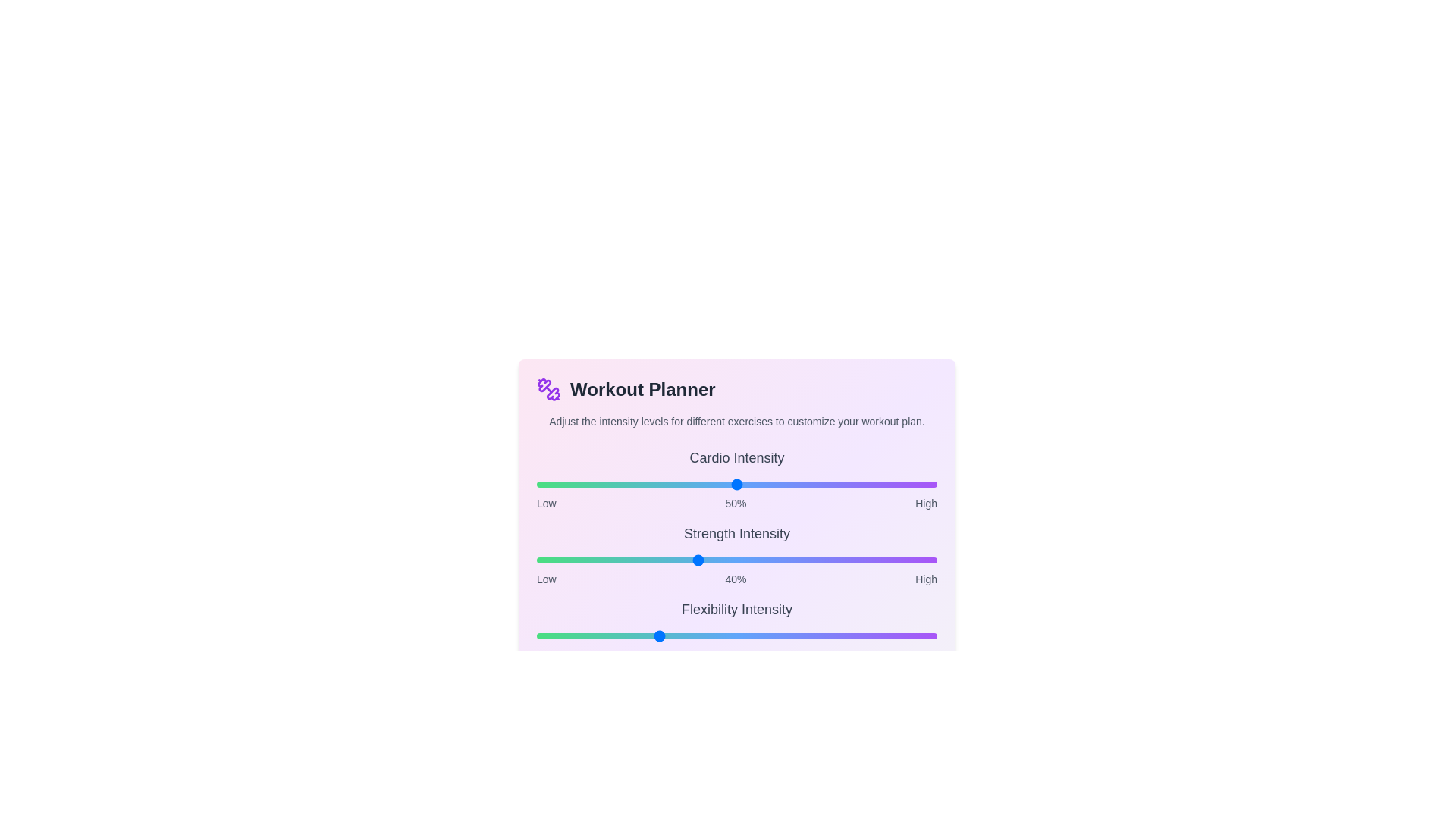 This screenshot has height=819, width=1456. I want to click on the intensity of the 1 slider to 85%, so click(877, 560).